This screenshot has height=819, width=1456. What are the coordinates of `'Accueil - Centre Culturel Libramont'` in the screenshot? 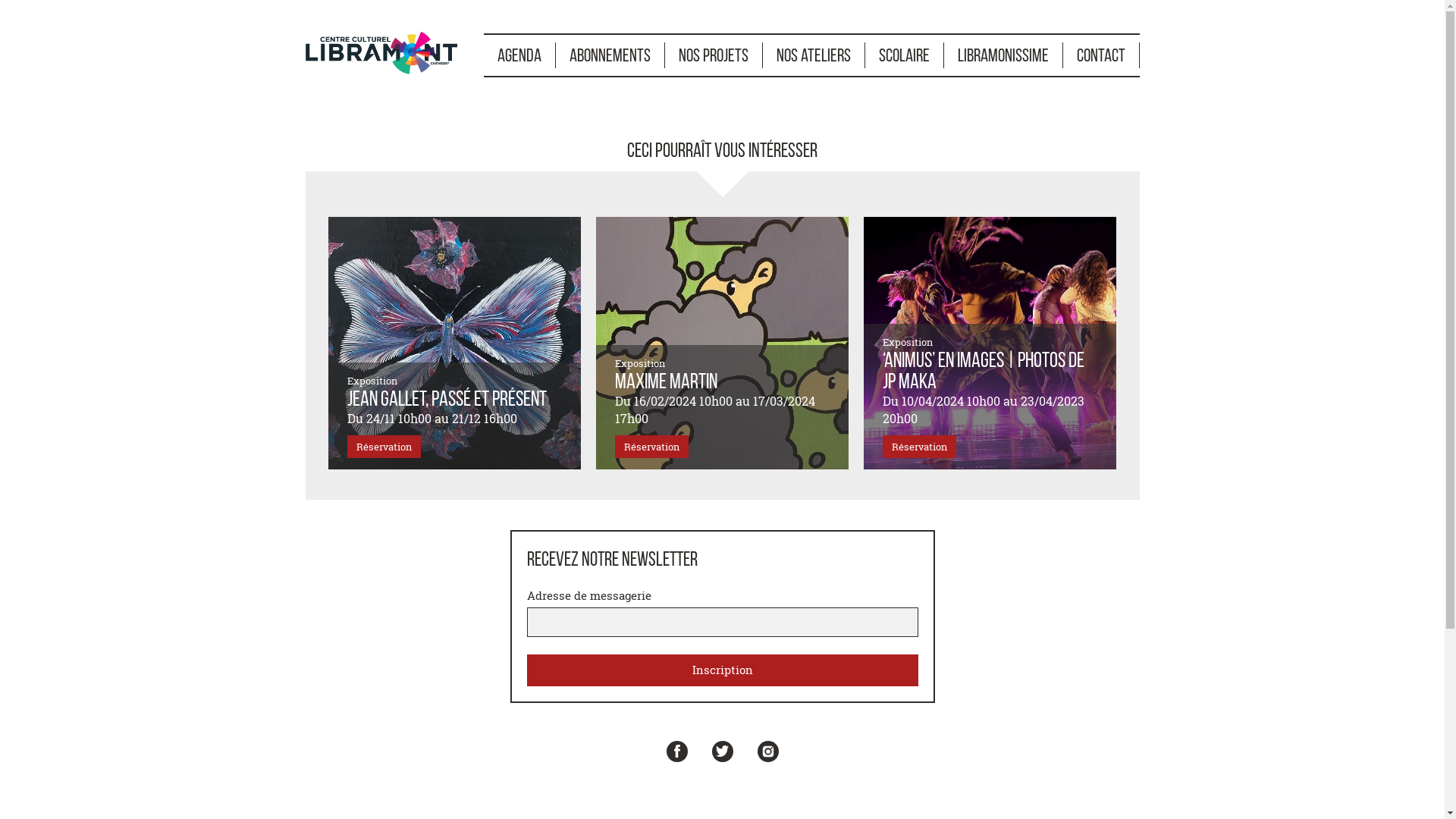 It's located at (381, 49).